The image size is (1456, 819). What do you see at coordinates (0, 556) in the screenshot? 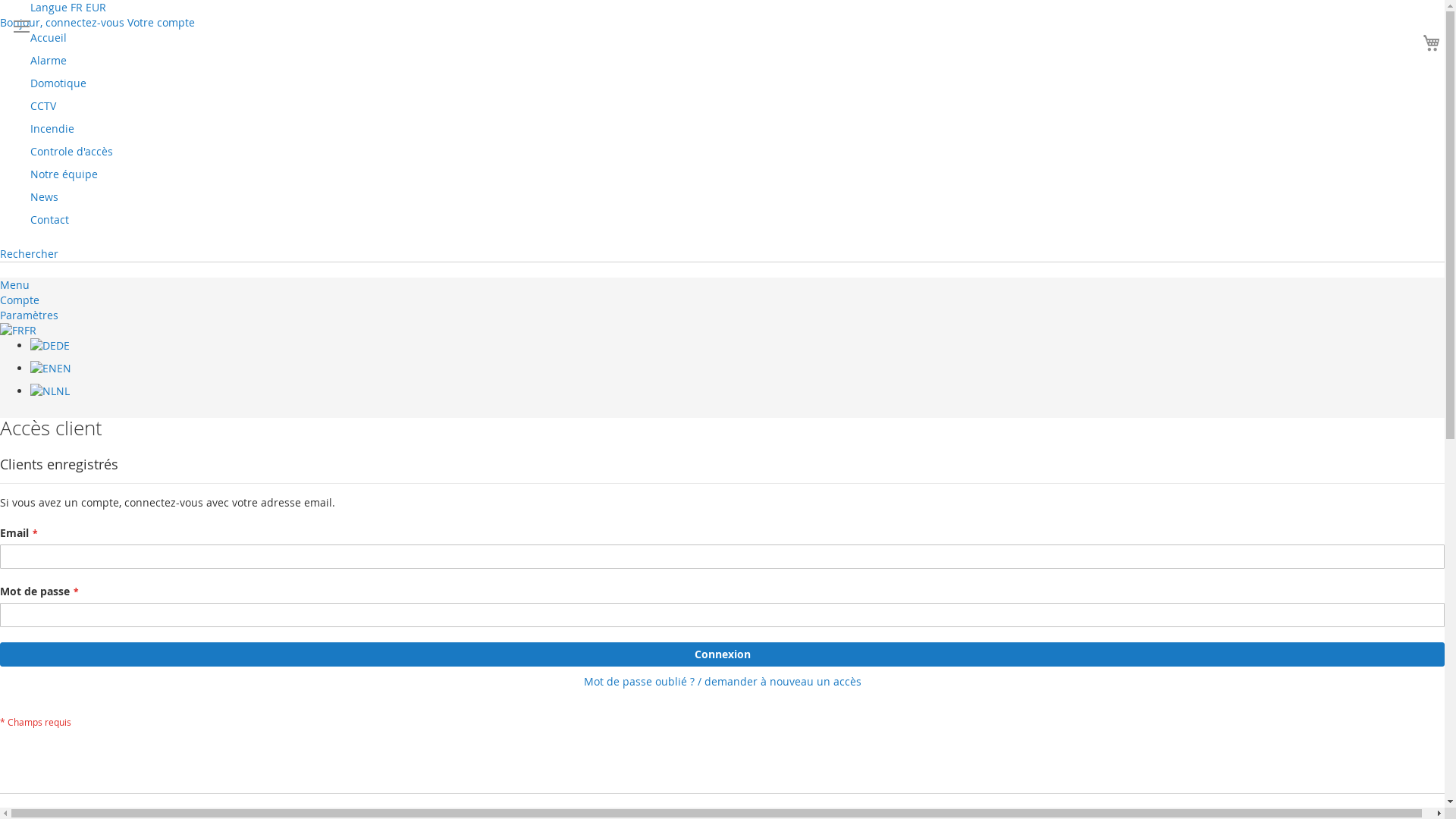
I see `'Email'` at bounding box center [0, 556].